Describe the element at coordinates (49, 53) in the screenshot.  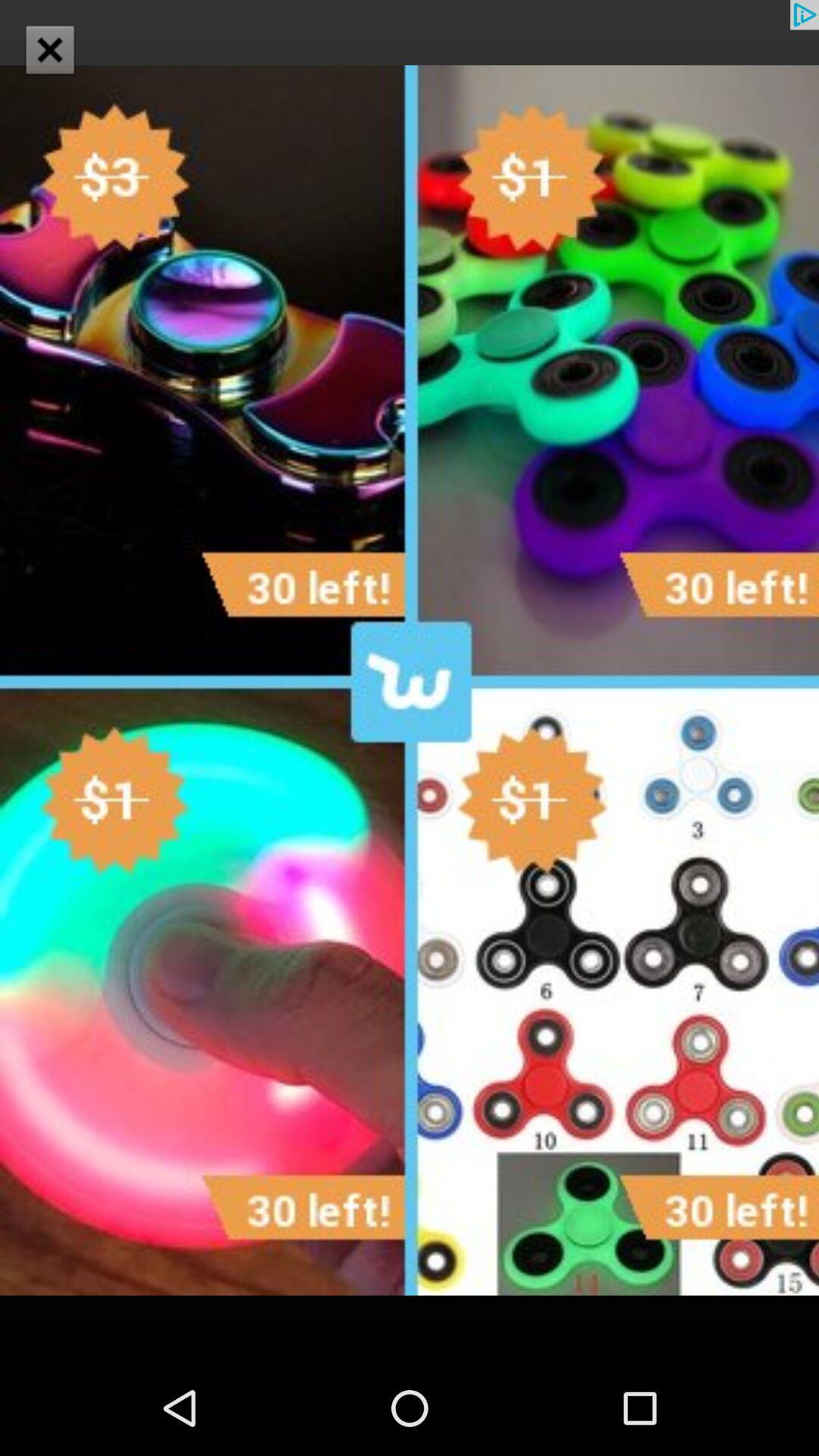
I see `the close icon` at that location.